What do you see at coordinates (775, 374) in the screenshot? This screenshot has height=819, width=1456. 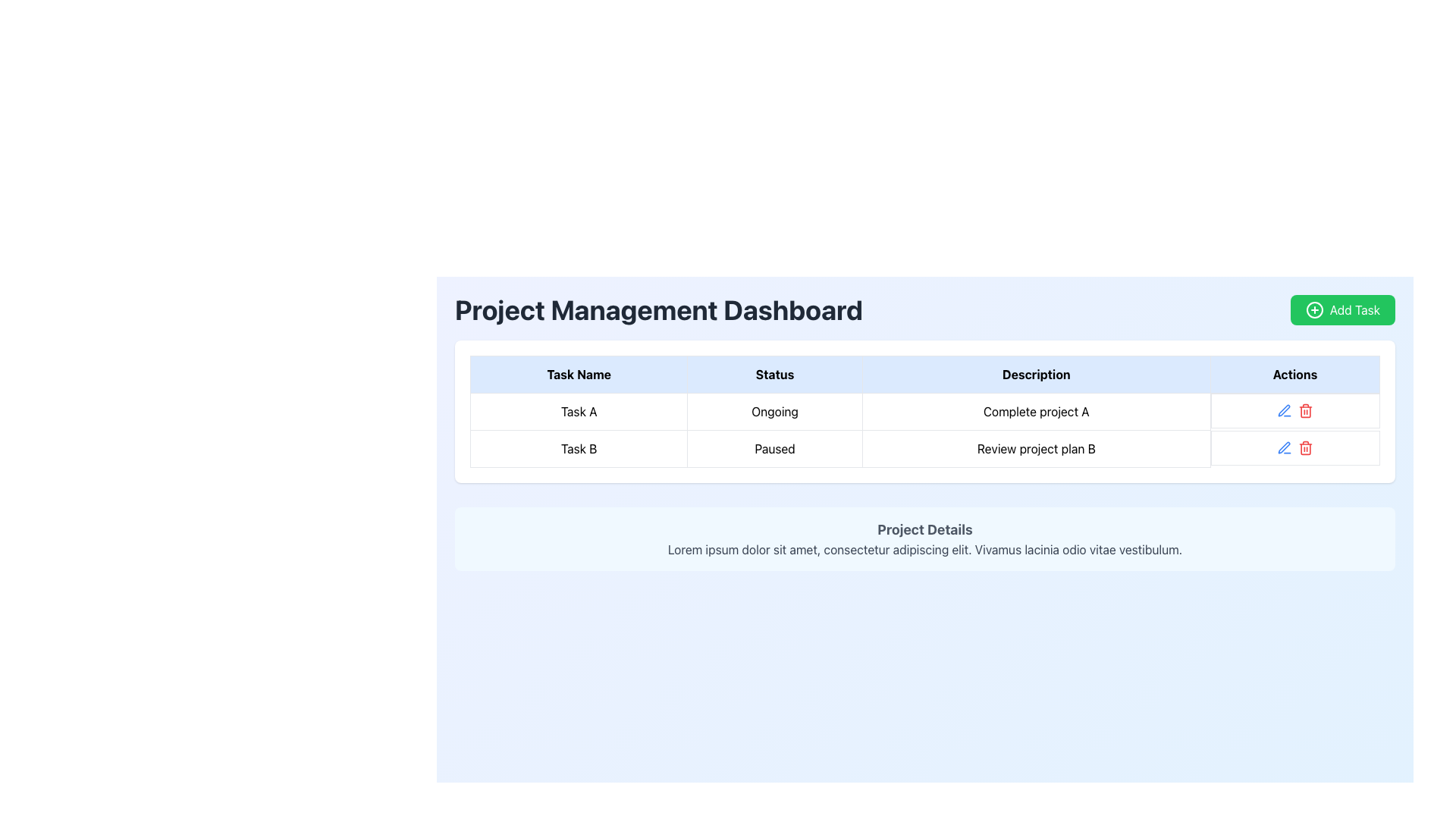 I see `the 'Status' header text label in the table, which is positioned between 'Task Name' and 'Description' in the Project Management Dashboard` at bounding box center [775, 374].